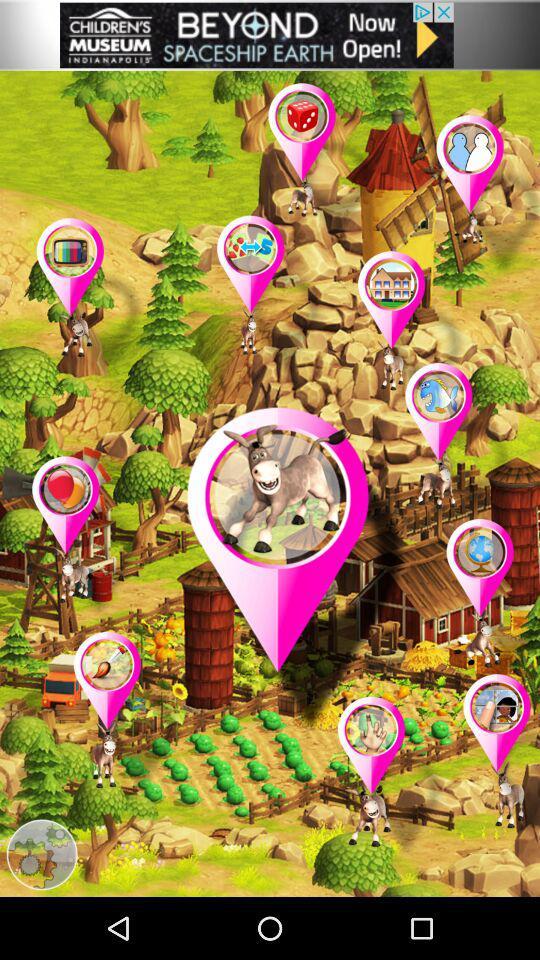 The width and height of the screenshot is (540, 960). What do you see at coordinates (44, 921) in the screenshot?
I see `the settings icon` at bounding box center [44, 921].